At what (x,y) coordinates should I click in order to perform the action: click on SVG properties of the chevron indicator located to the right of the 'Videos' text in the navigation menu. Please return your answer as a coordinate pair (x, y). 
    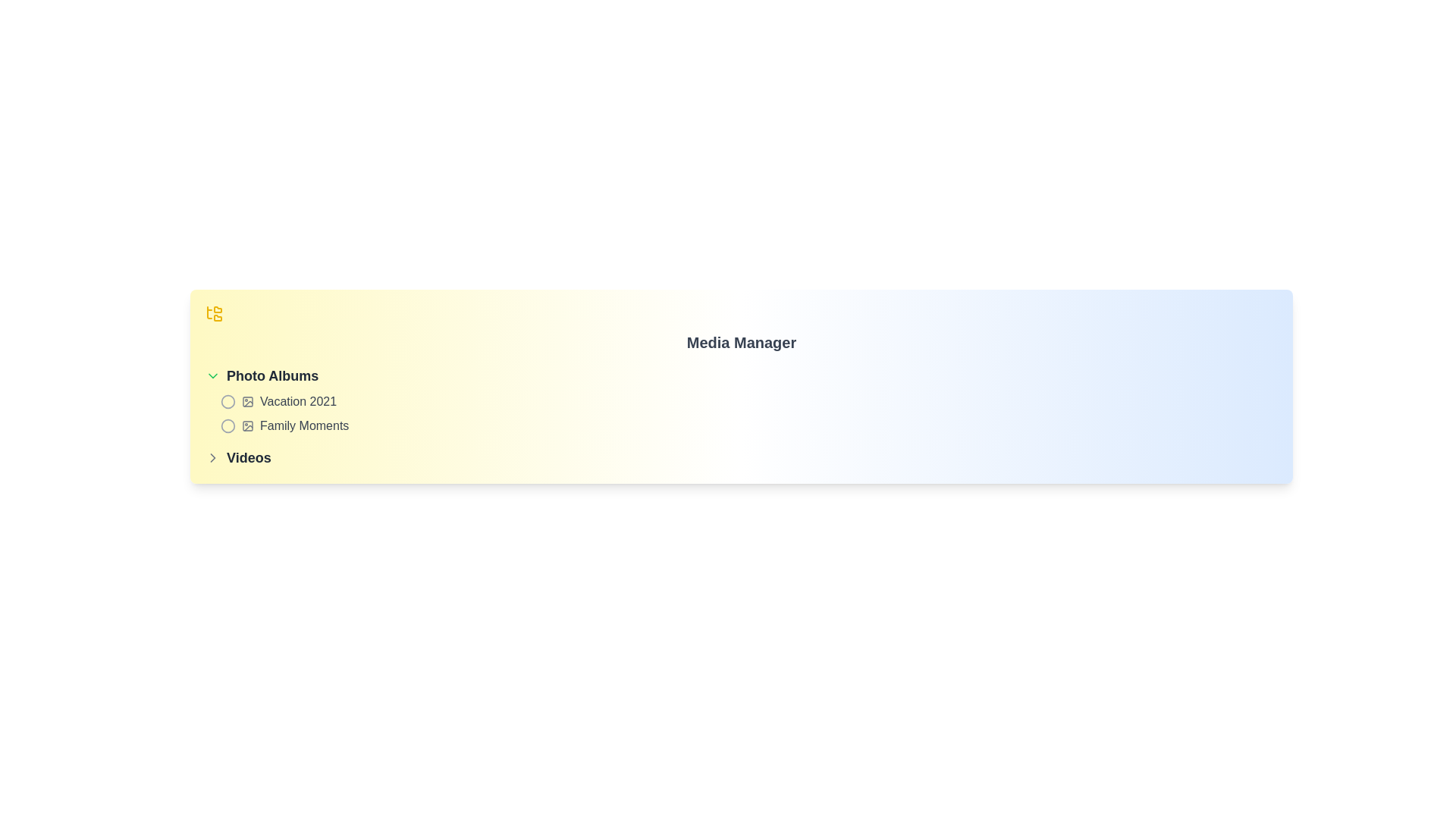
    Looking at the image, I should click on (212, 457).